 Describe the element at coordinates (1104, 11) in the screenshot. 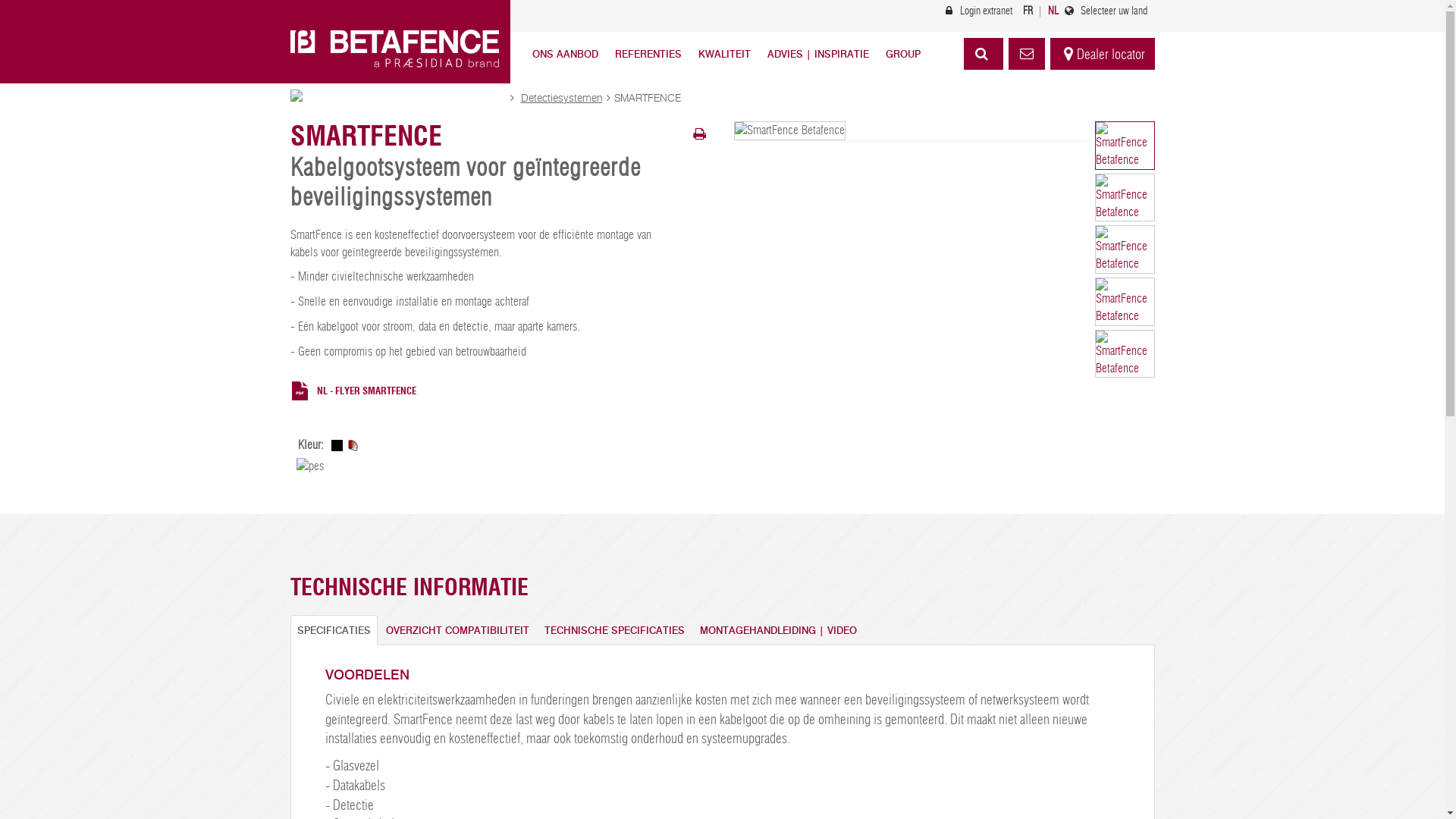

I see `'Selecteer uw land'` at that location.